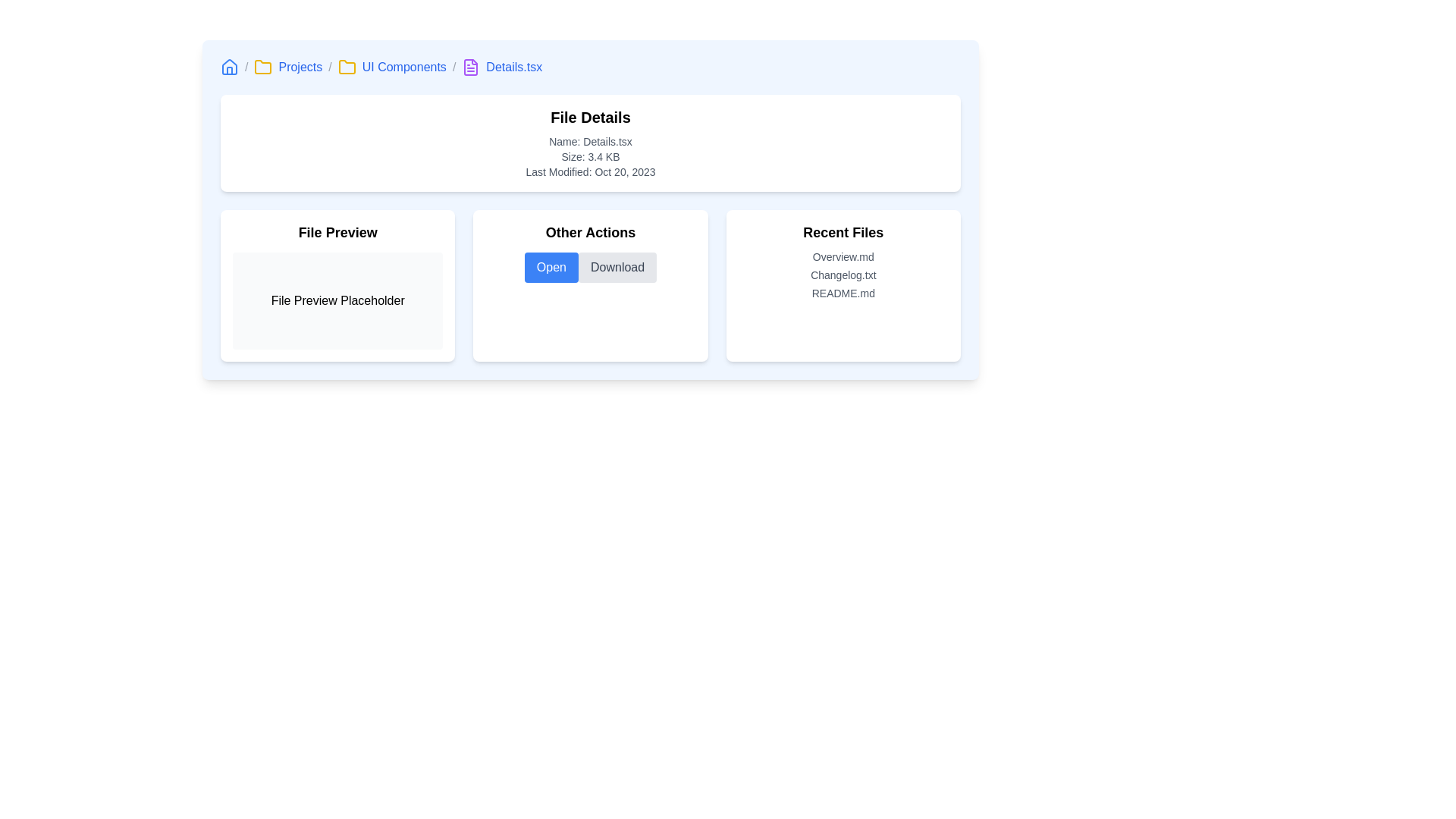  What do you see at coordinates (346, 66) in the screenshot?
I see `the inner area of the yellow folder icon in the breadcrumb navigation bar, which represents part of the folder graphic` at bounding box center [346, 66].